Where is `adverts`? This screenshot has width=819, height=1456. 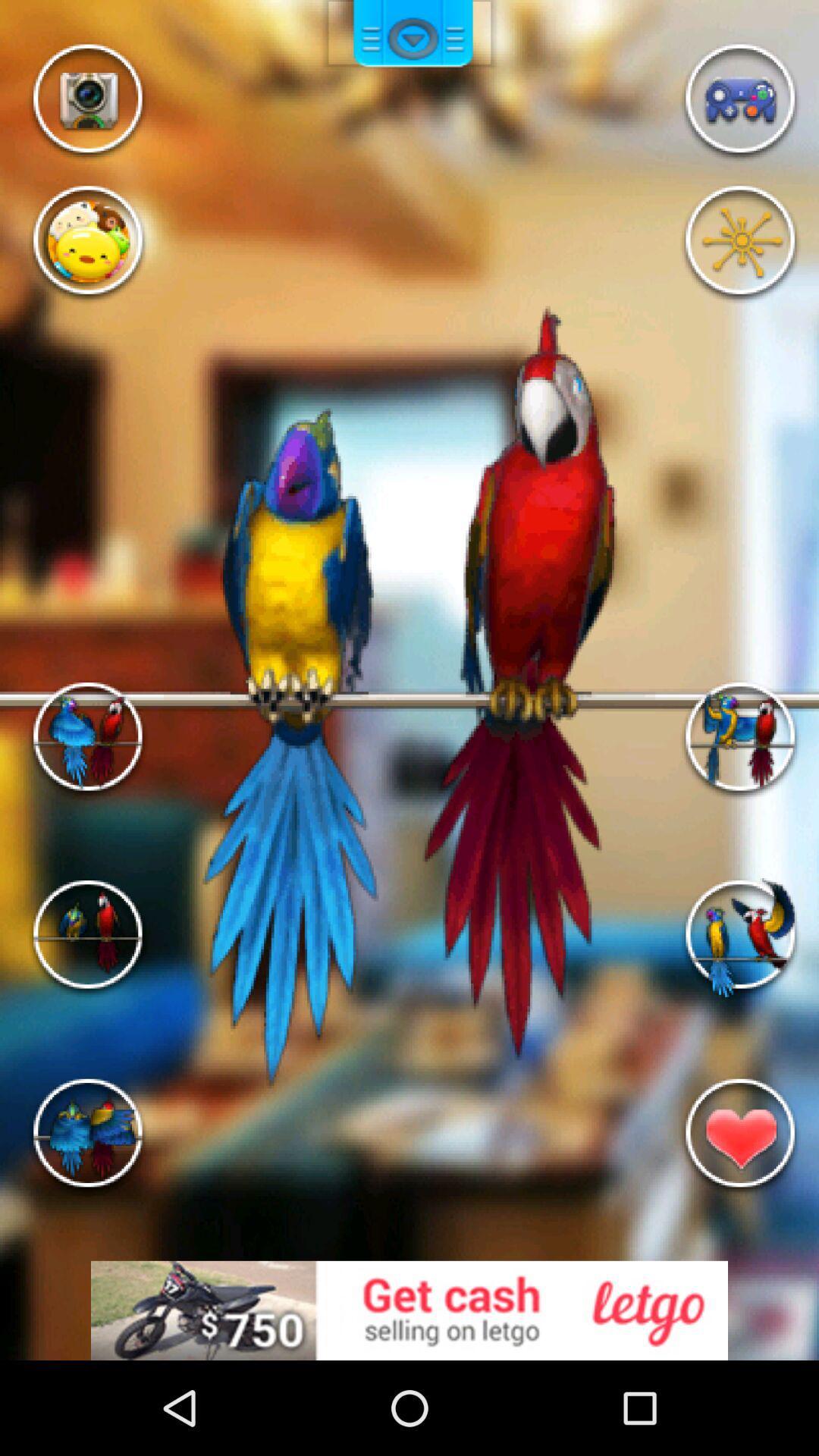
adverts is located at coordinates (409, 1310).